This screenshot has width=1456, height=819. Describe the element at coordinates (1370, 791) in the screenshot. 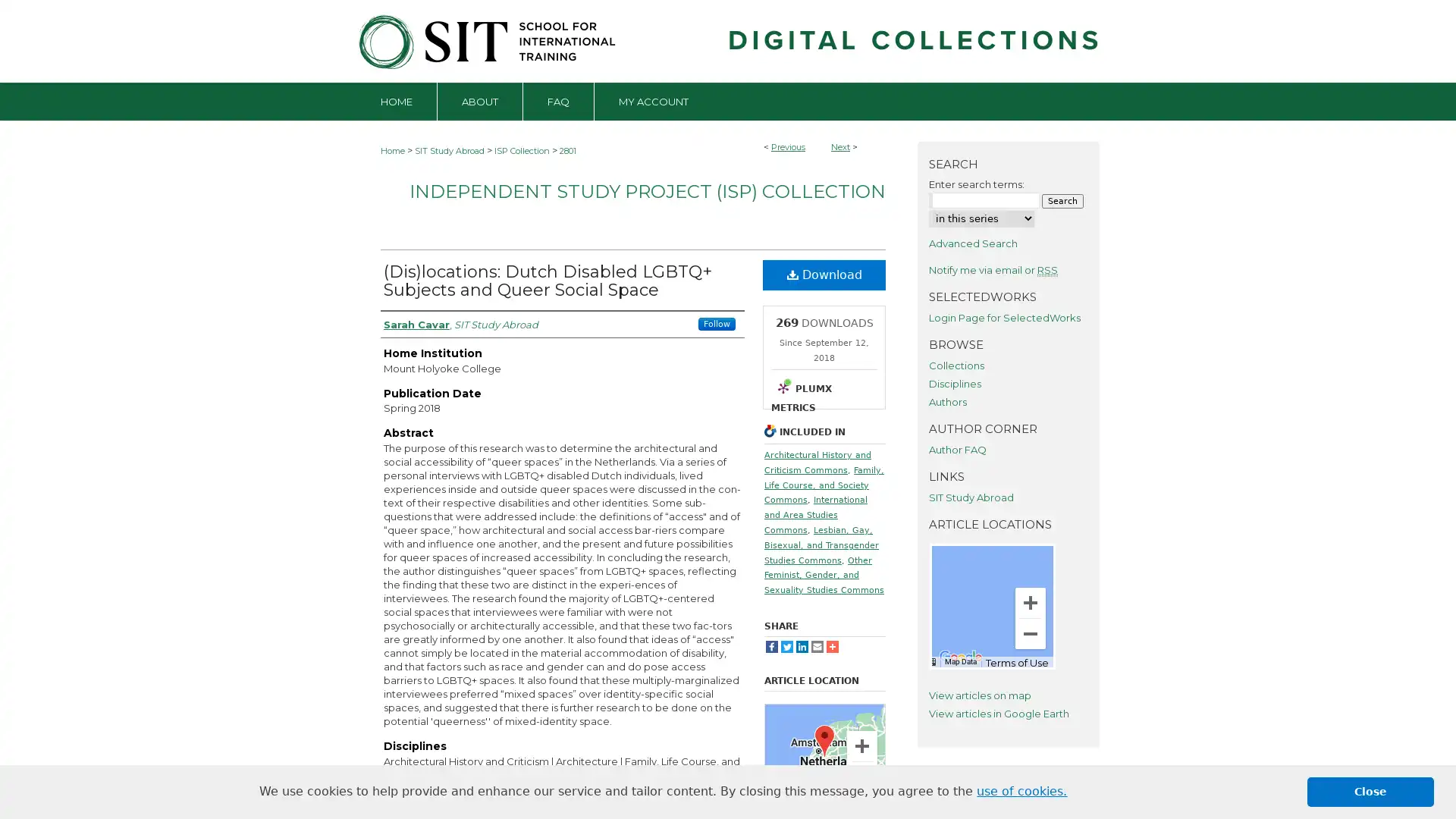

I see `dismiss cookie message` at that location.